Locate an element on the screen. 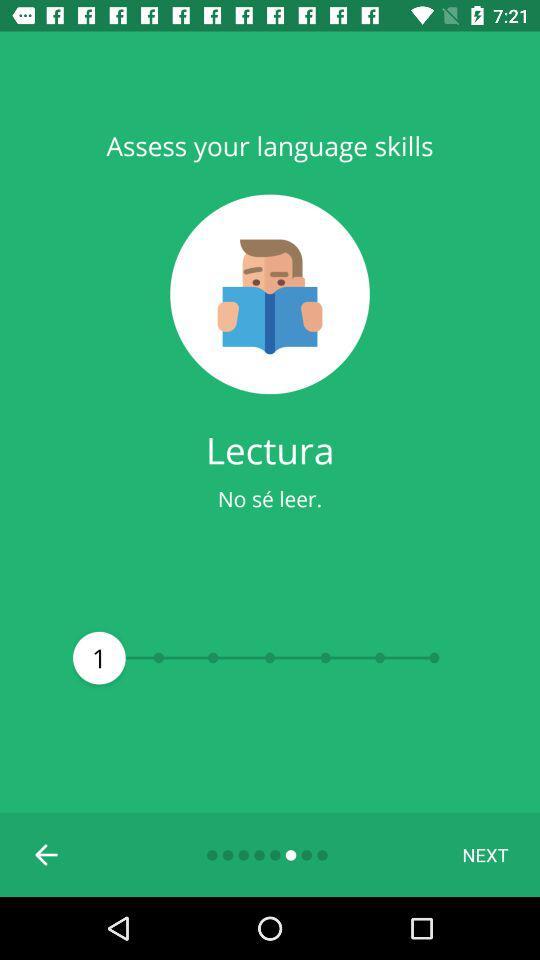 The image size is (540, 960). go back is located at coordinates (47, 853).